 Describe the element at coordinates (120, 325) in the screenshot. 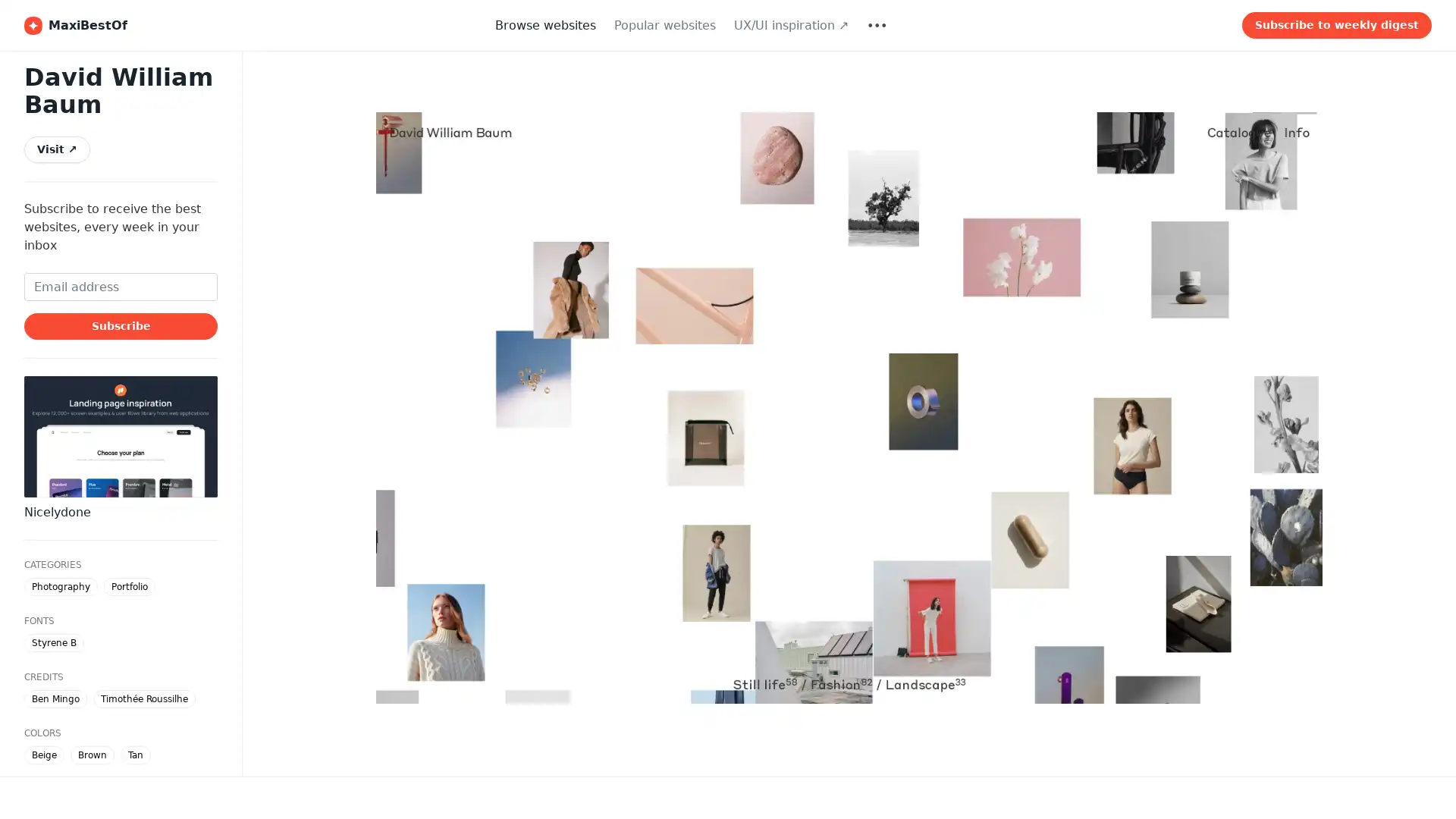

I see `Subscribe` at that location.